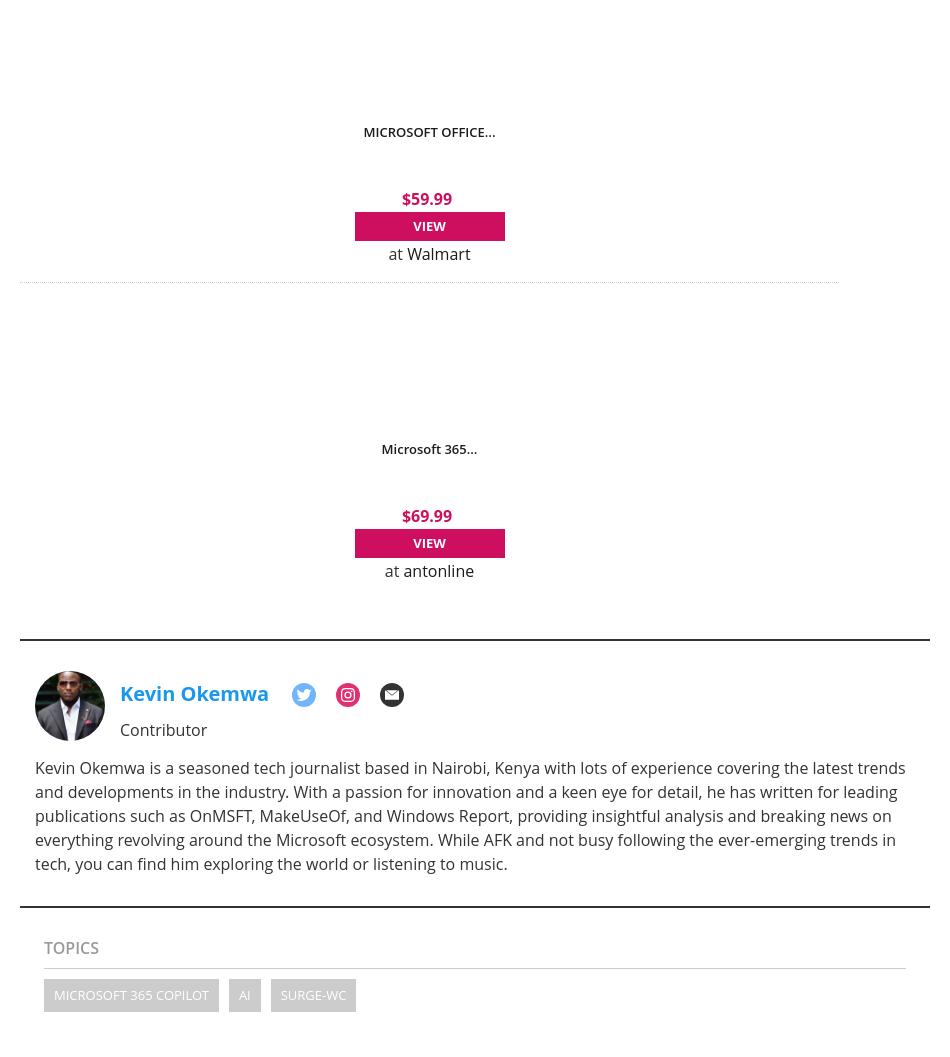  Describe the element at coordinates (163, 728) in the screenshot. I see `'Contributor'` at that location.